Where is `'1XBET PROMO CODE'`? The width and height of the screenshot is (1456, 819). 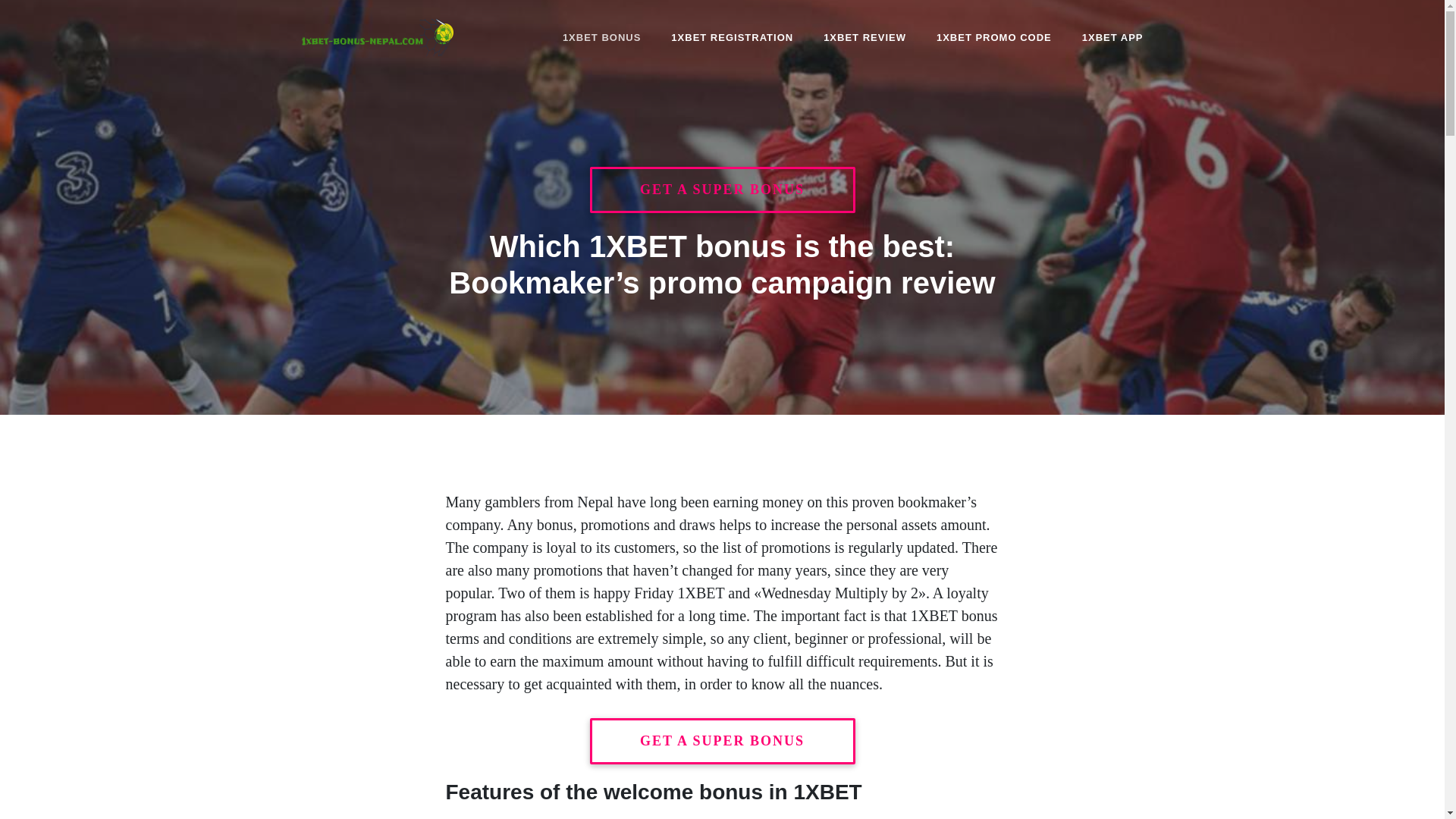
'1XBET PROMO CODE' is located at coordinates (993, 36).